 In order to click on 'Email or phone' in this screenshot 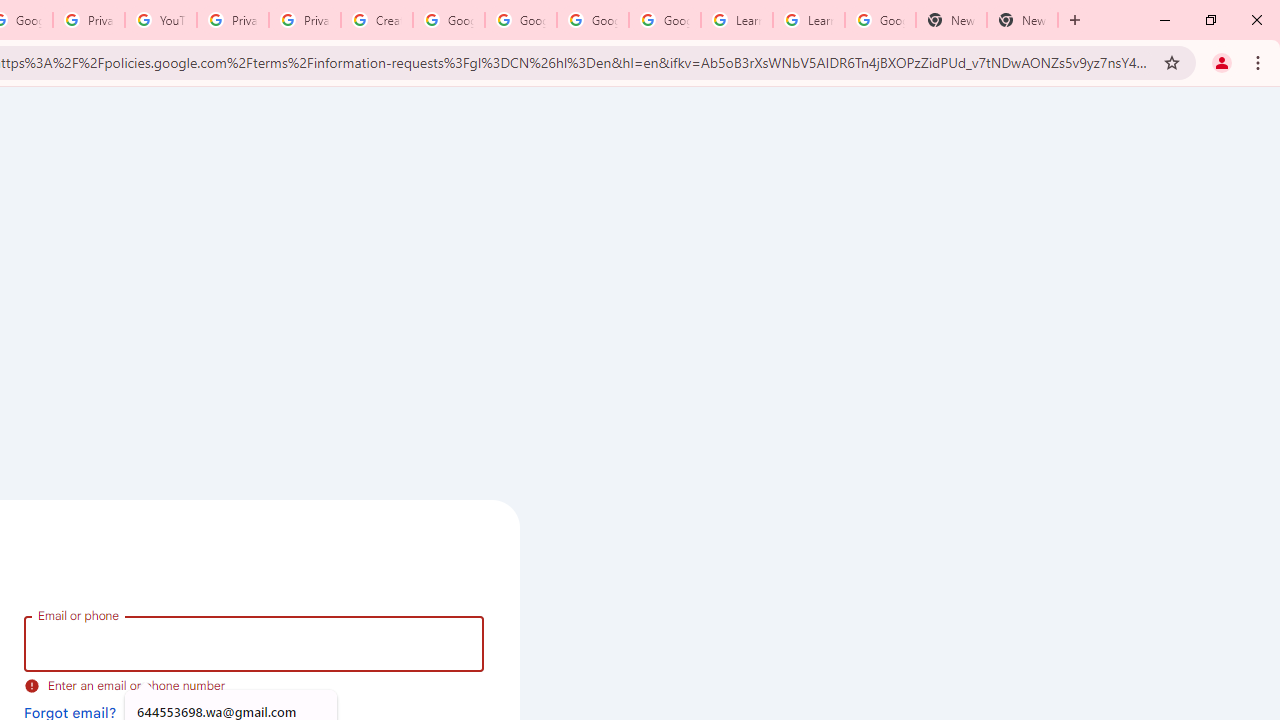, I will do `click(253, 643)`.